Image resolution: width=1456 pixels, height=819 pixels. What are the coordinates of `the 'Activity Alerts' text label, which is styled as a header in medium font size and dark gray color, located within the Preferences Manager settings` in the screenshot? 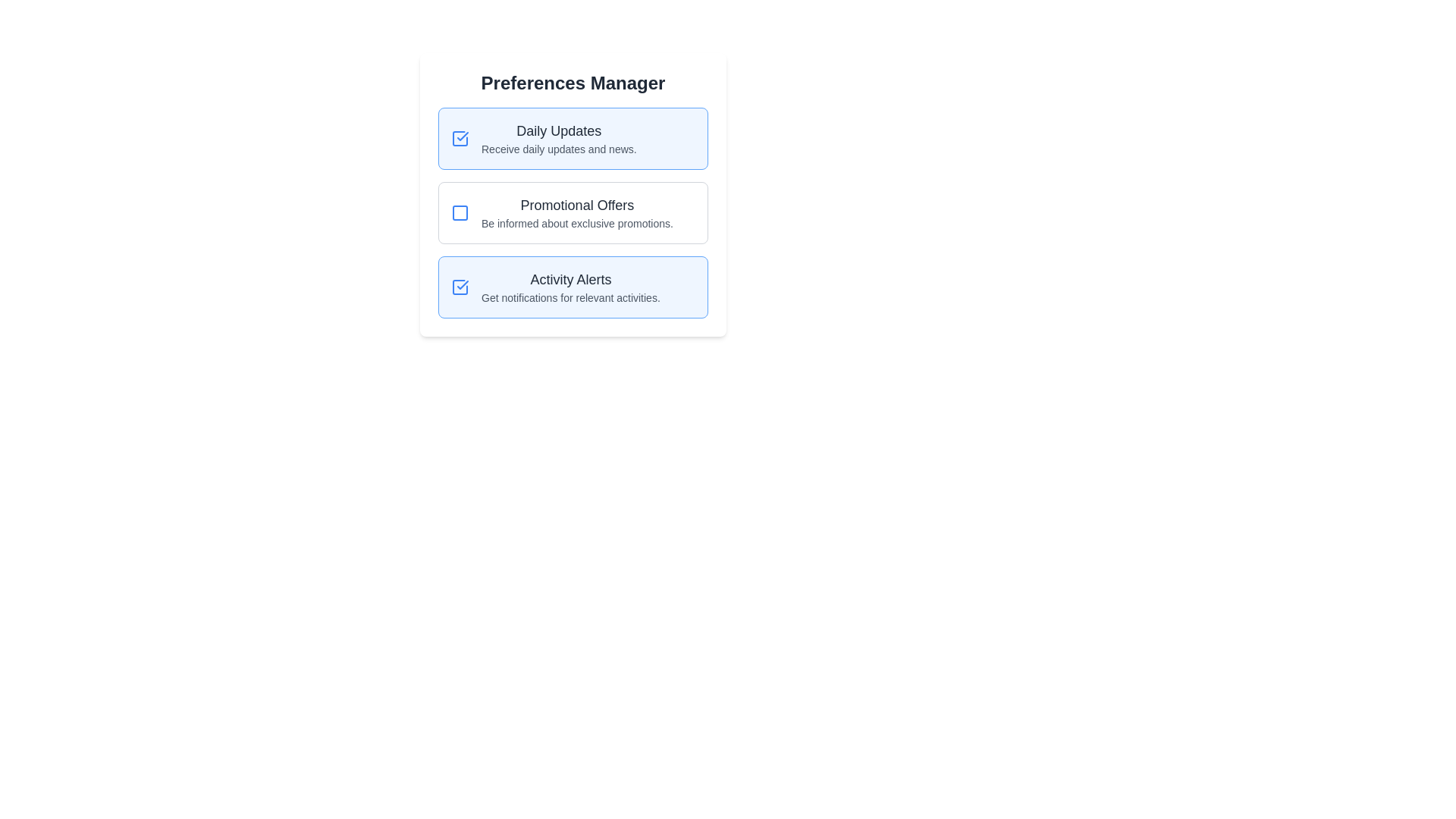 It's located at (570, 280).